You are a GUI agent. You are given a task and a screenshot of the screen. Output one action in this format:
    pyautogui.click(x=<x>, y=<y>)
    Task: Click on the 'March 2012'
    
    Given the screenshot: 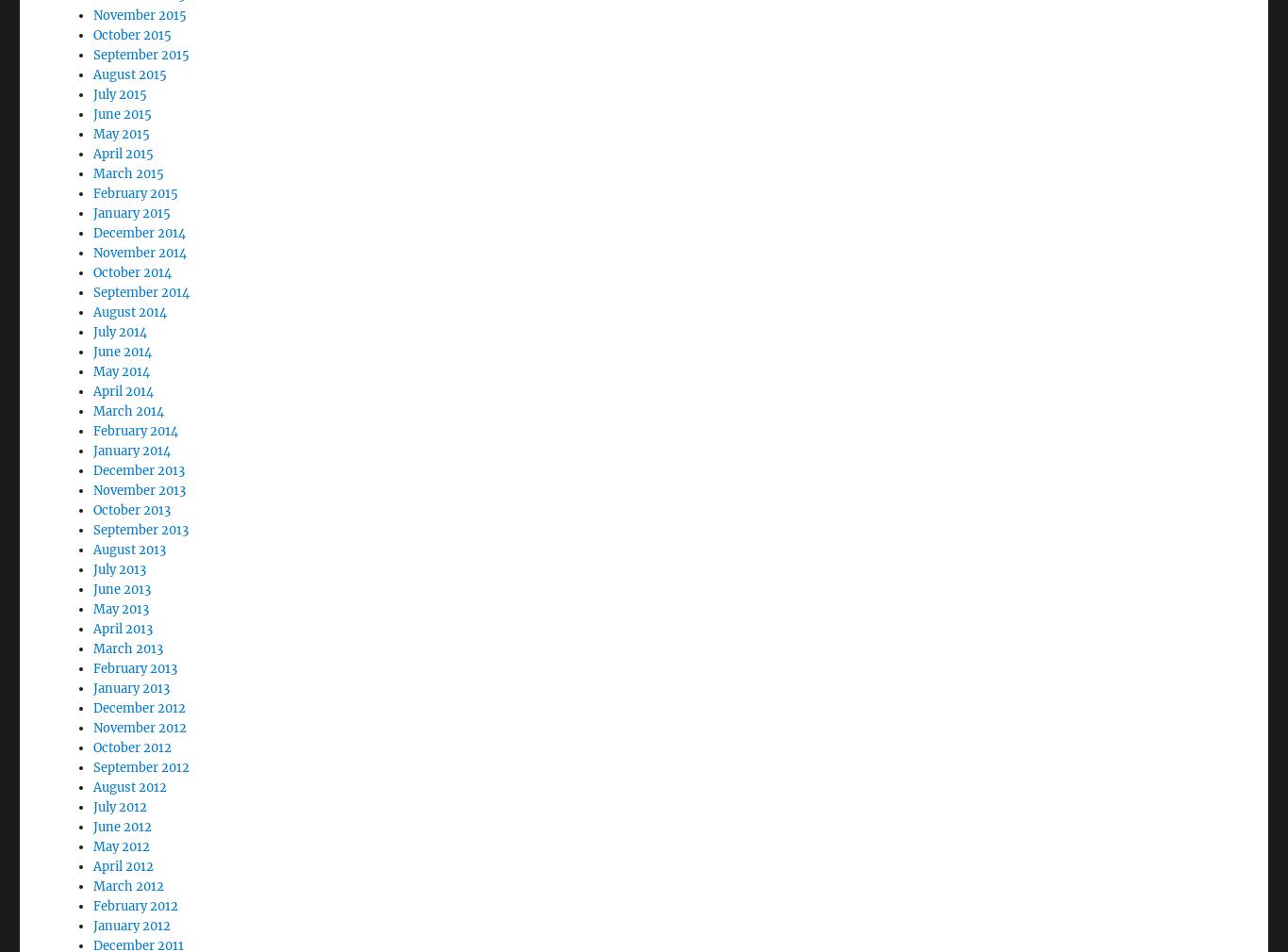 What is the action you would take?
    pyautogui.click(x=127, y=834)
    